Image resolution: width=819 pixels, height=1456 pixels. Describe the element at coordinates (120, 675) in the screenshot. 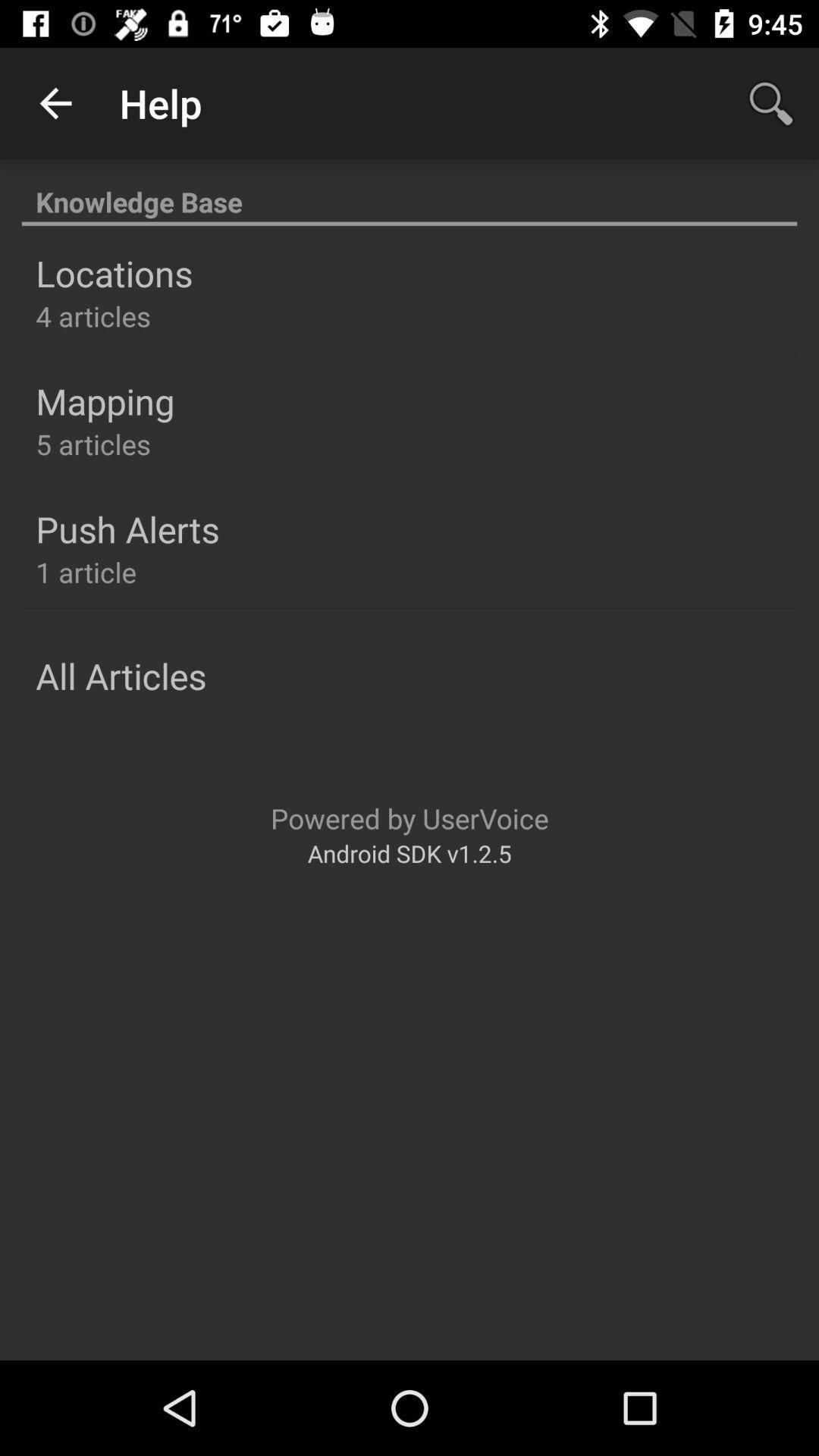

I see `the all articles` at that location.